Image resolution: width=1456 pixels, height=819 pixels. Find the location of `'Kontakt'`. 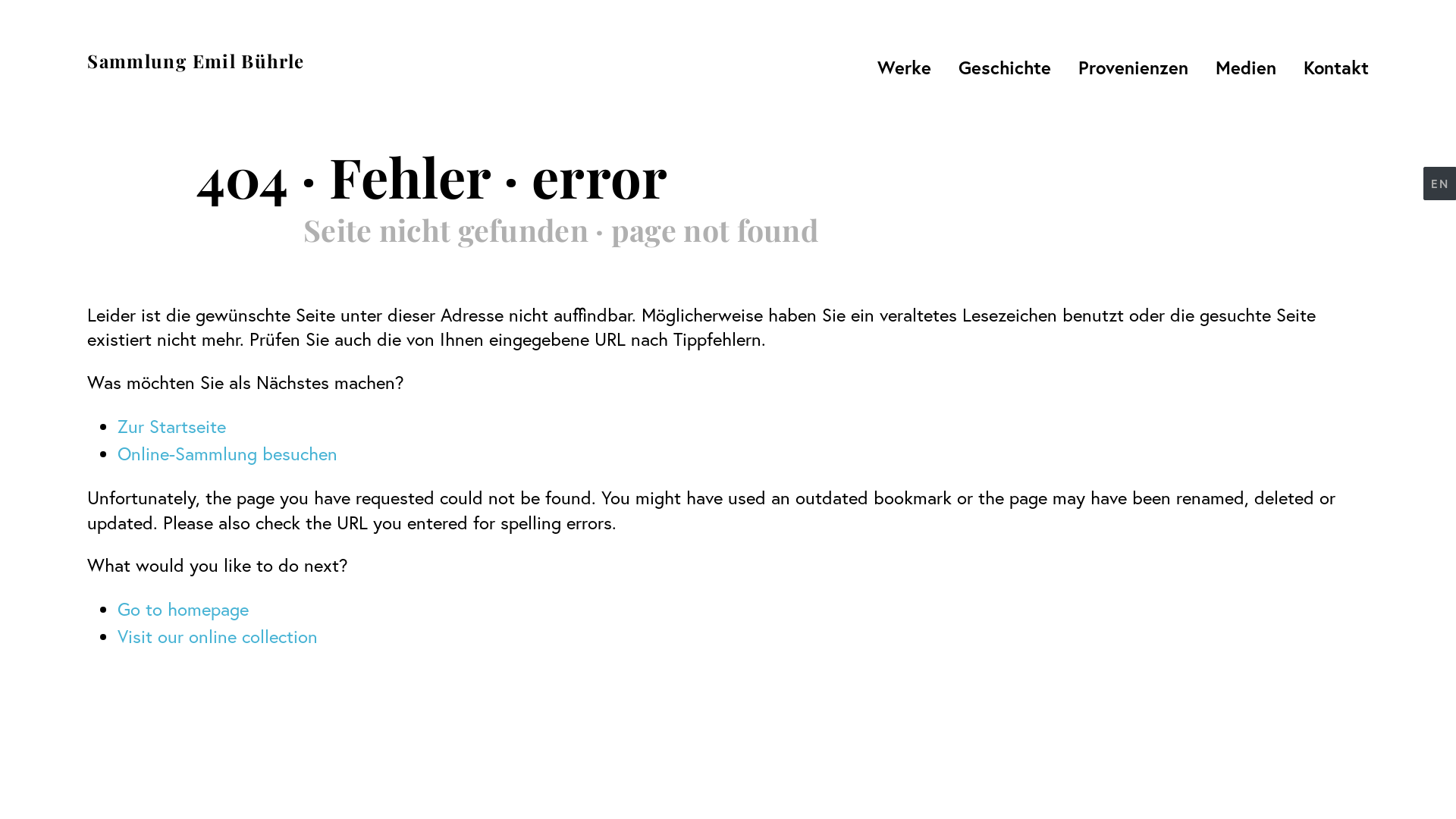

'Kontakt' is located at coordinates (1294, 66).